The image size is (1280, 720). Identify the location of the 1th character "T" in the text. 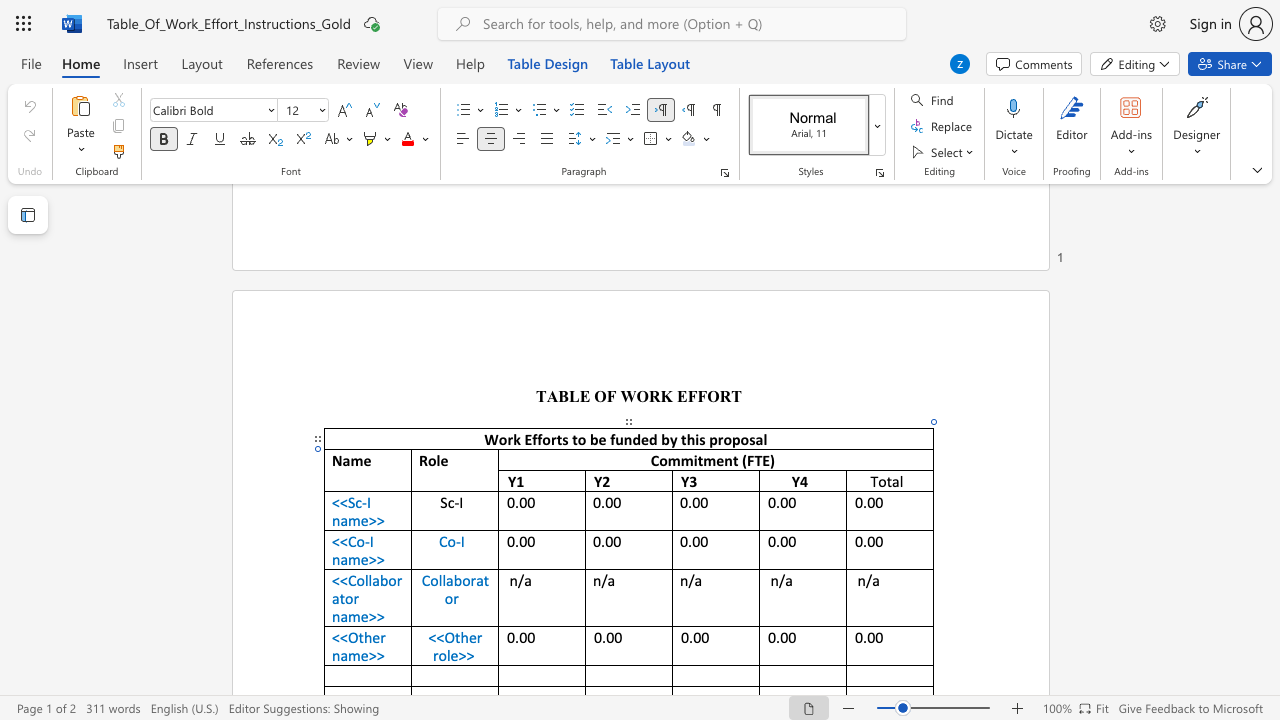
(757, 460).